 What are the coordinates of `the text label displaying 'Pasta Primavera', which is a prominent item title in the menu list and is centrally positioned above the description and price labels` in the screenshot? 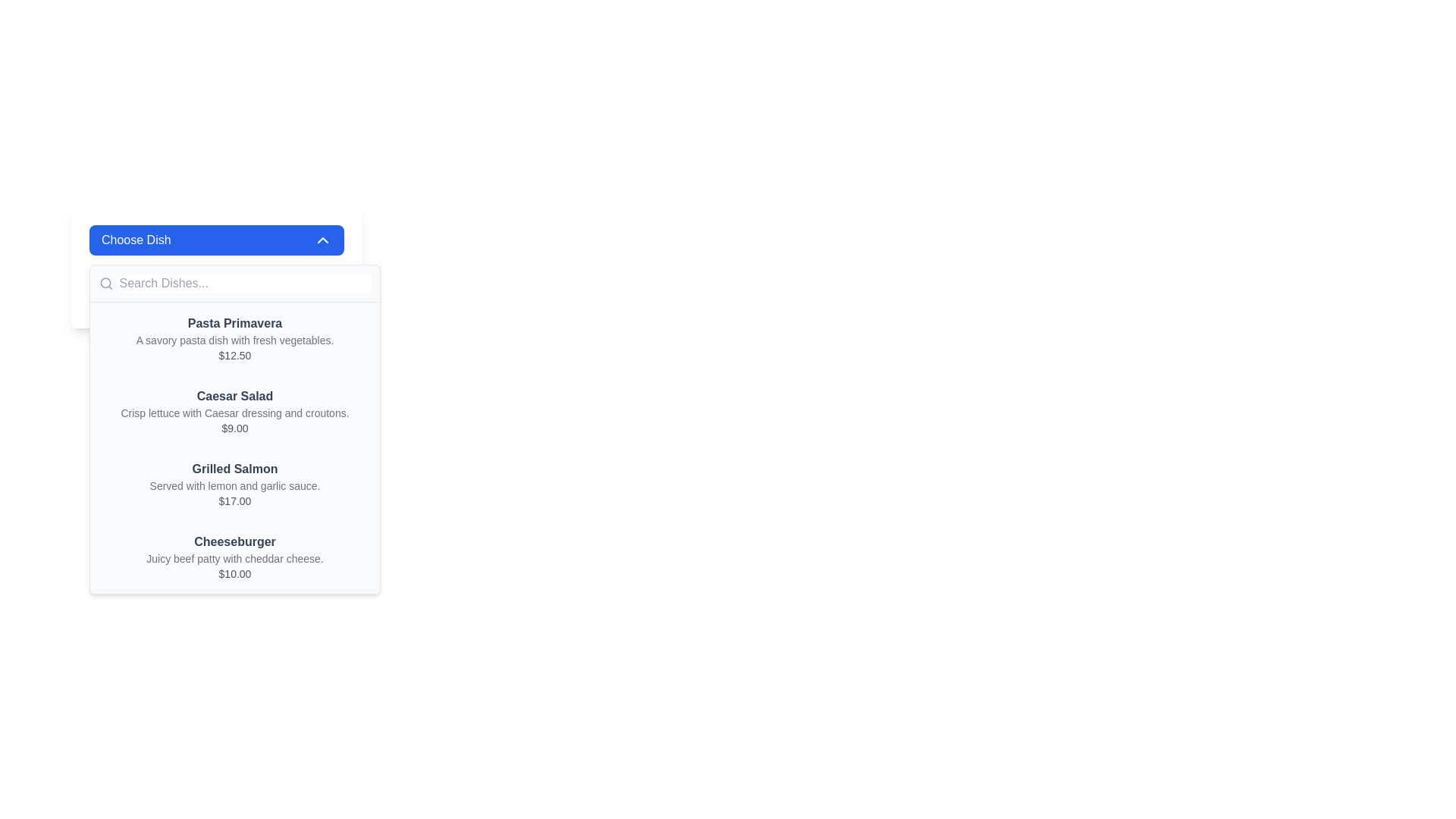 It's located at (234, 323).